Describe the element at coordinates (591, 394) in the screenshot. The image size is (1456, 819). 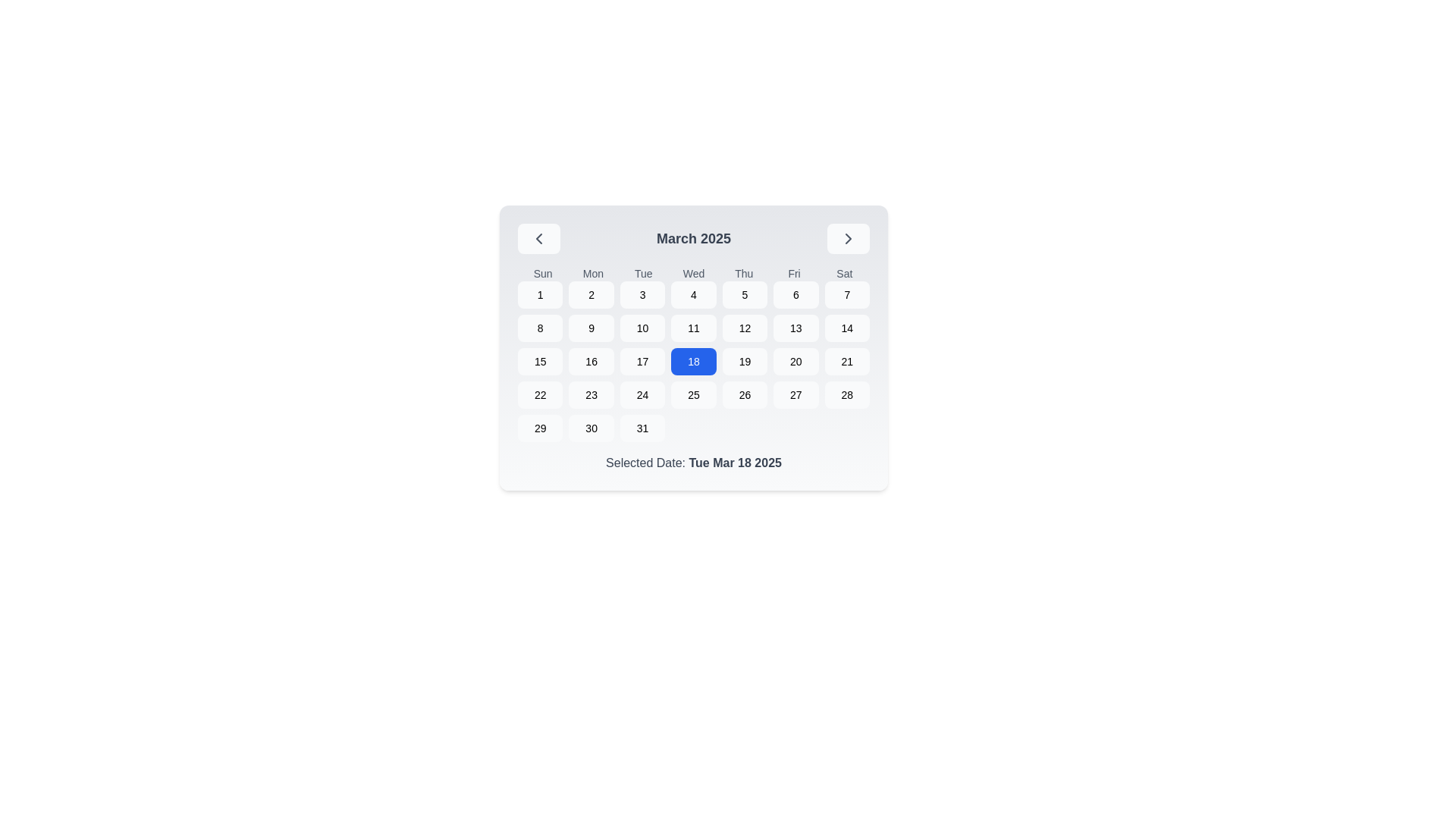
I see `the rounded rectangle button displaying the number '23'` at that location.